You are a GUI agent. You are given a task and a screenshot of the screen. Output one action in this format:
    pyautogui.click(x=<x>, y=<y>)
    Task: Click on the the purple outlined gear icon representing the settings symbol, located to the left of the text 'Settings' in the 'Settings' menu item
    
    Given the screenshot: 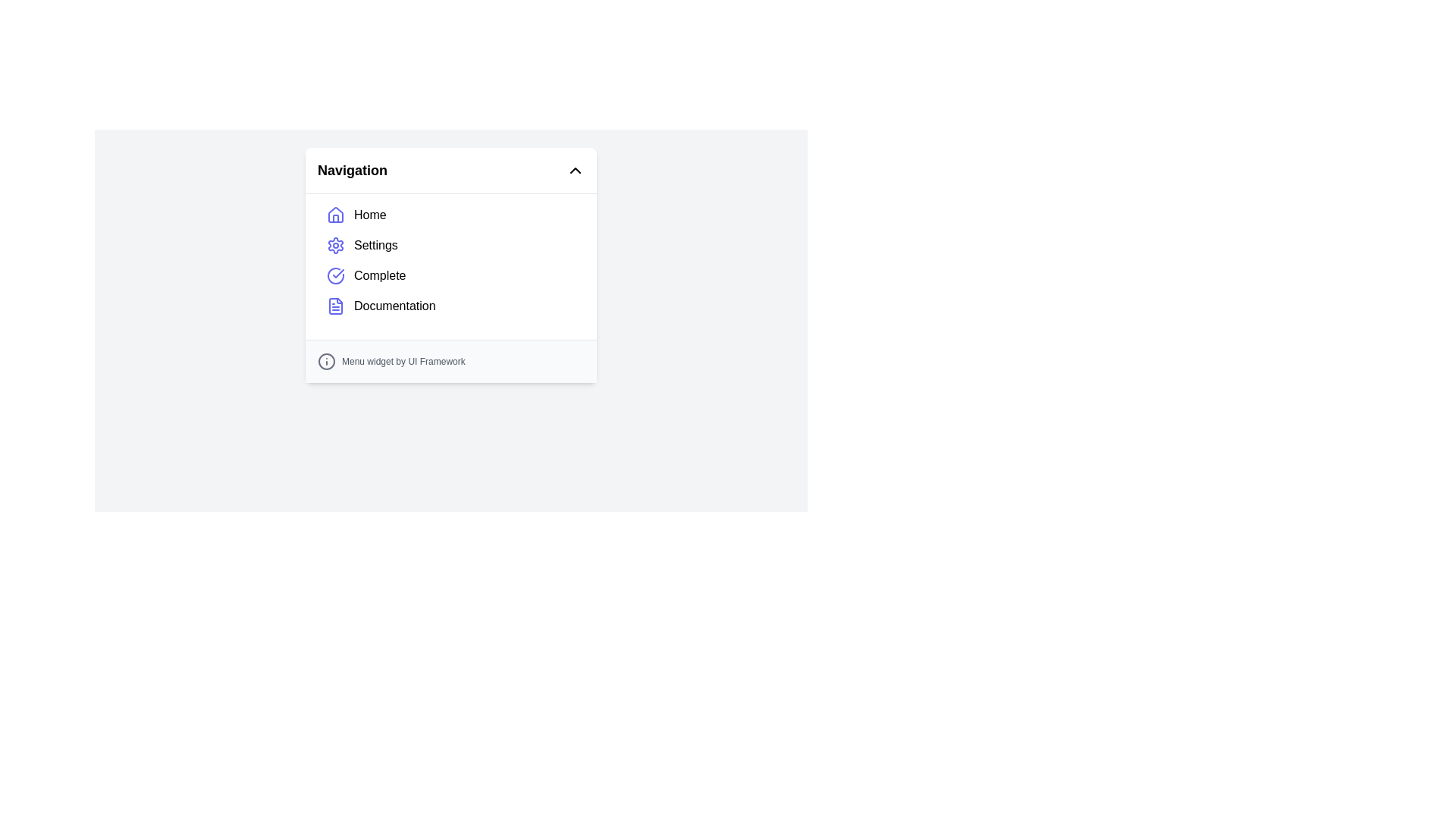 What is the action you would take?
    pyautogui.click(x=334, y=245)
    